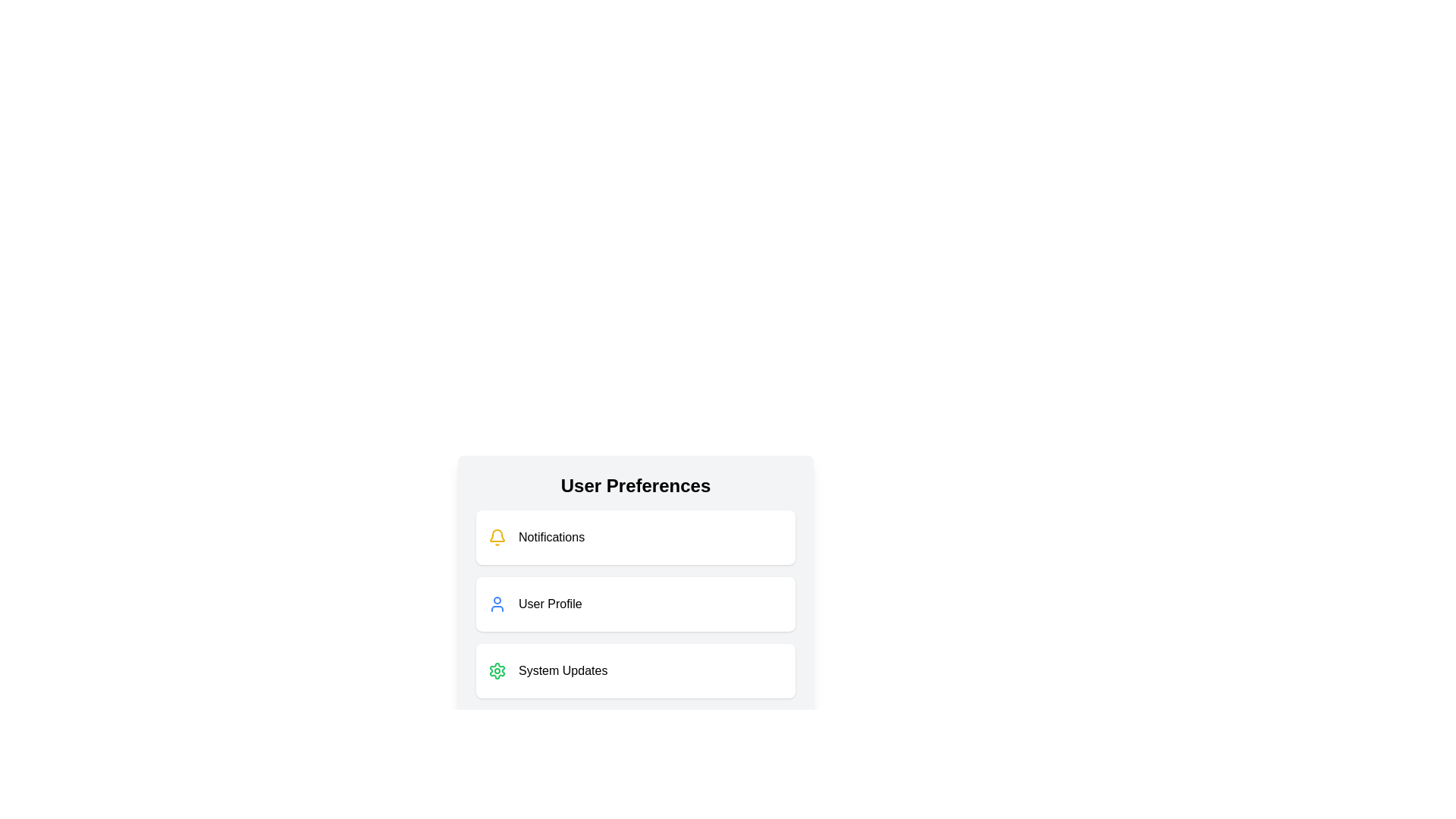 The width and height of the screenshot is (1456, 819). What do you see at coordinates (635, 537) in the screenshot?
I see `the 'Notifications' preference to toggle its state` at bounding box center [635, 537].